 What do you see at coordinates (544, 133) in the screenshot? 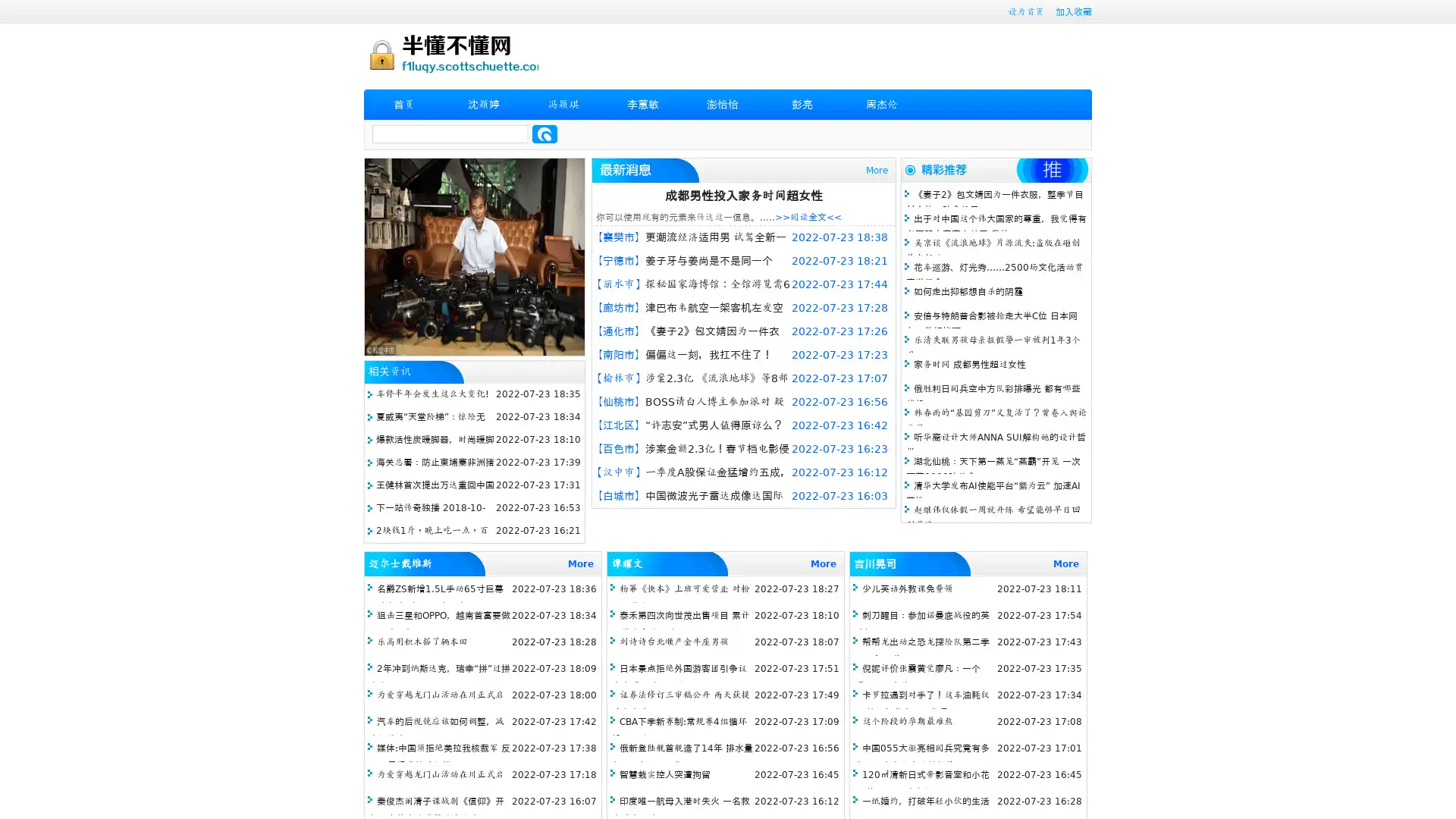
I see `Search` at bounding box center [544, 133].